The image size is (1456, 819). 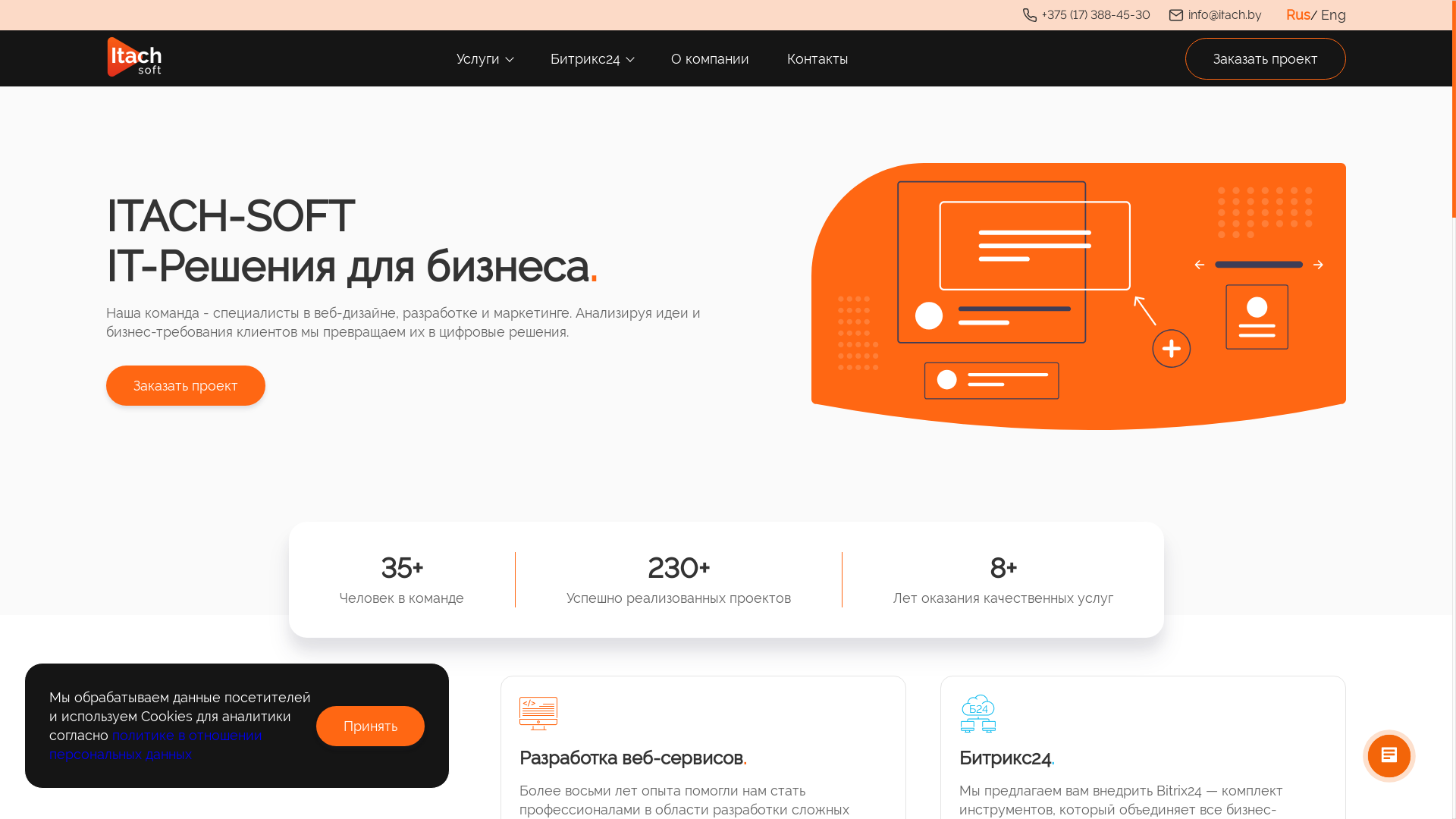 I want to click on 'info@itach.by', so click(x=1215, y=14).